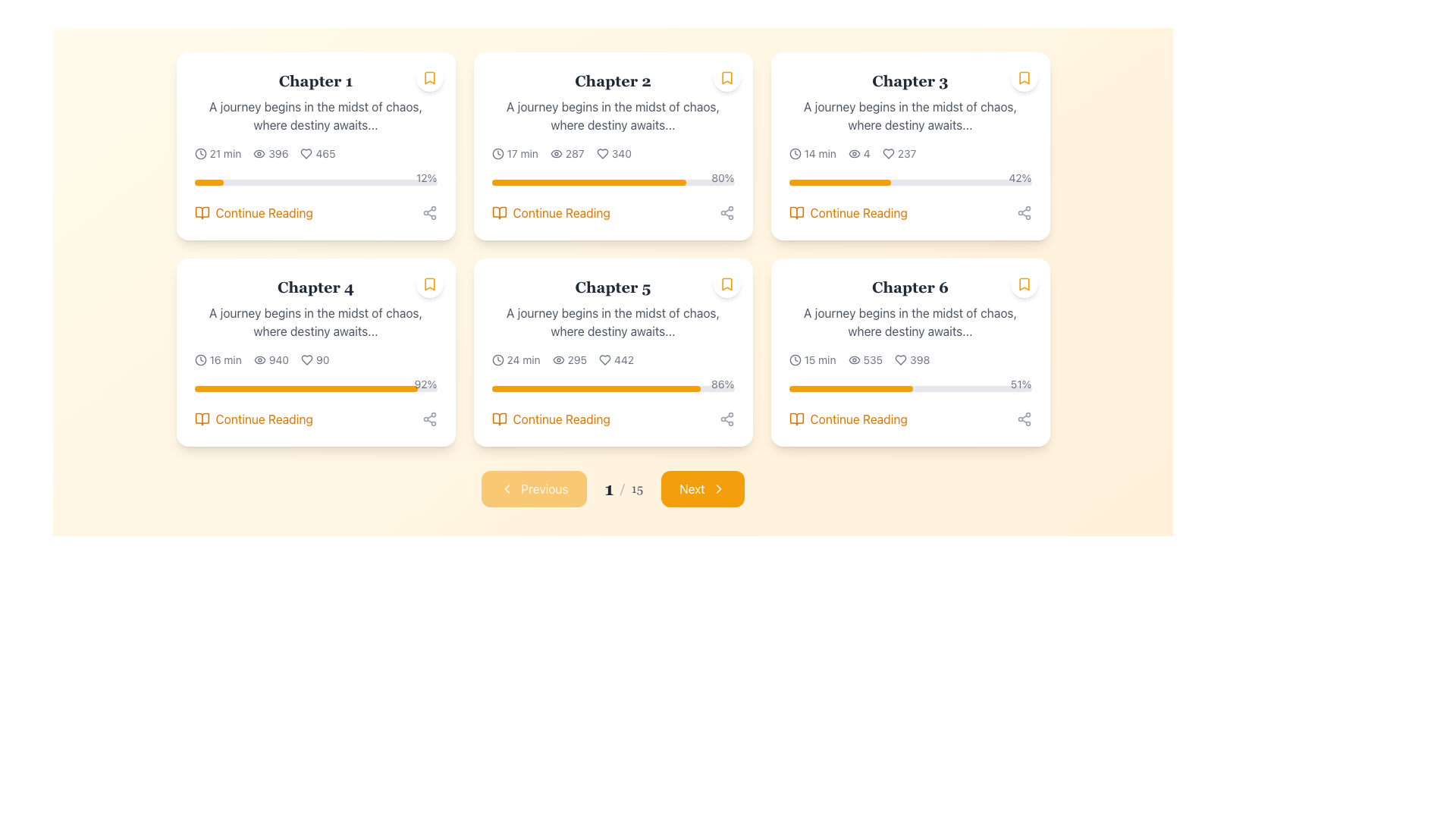 This screenshot has height=819, width=1456. Describe the element at coordinates (515, 154) in the screenshot. I see `the informational indicator displaying a clock icon and the text '17 min', located in the top-left corner of the 'Chapter 2' section` at that location.